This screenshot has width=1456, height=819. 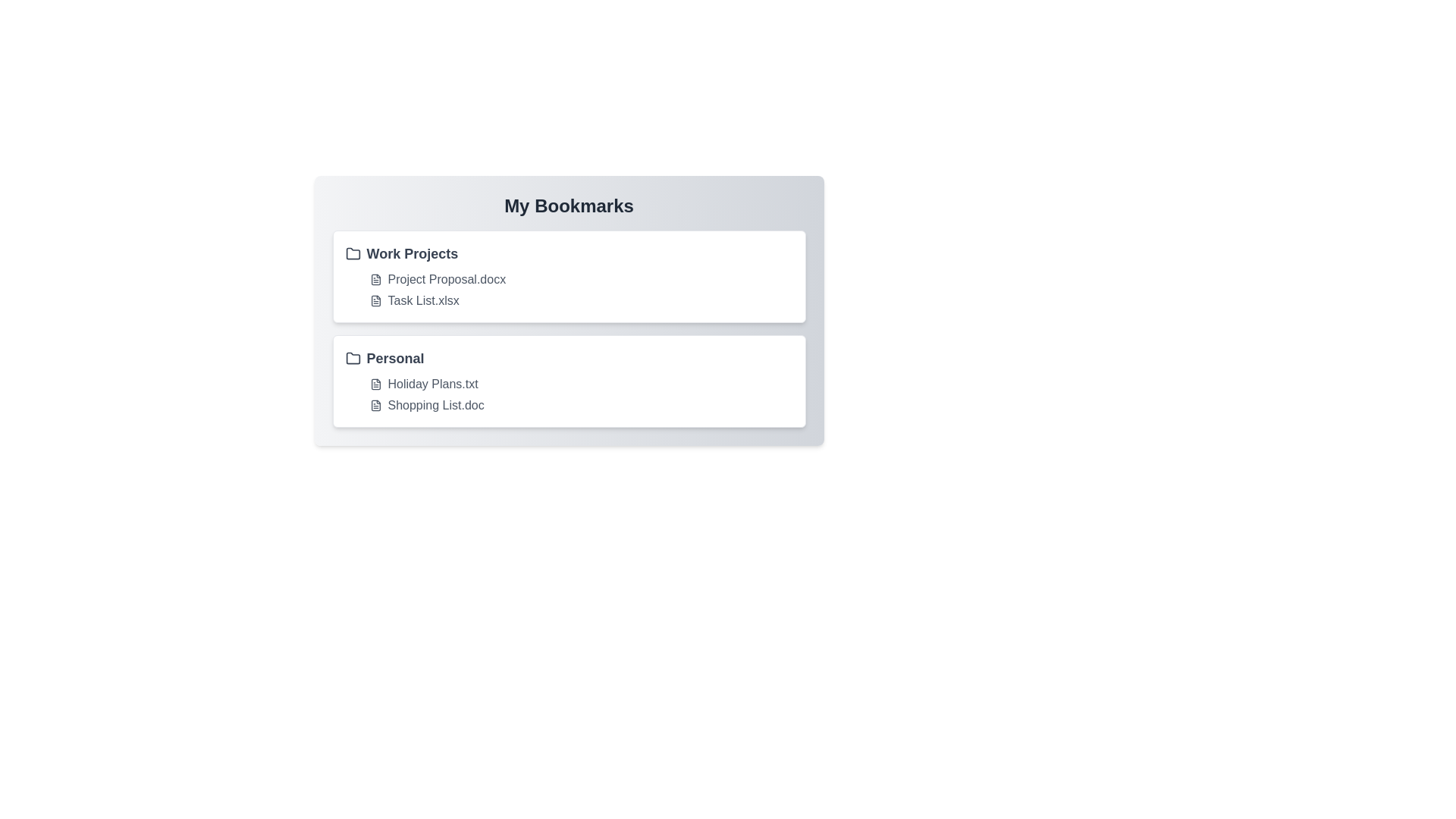 What do you see at coordinates (435, 405) in the screenshot?
I see `the 'Shopping List.doc' text label located under the 'Personal' folder section to bring up the context menu` at bounding box center [435, 405].